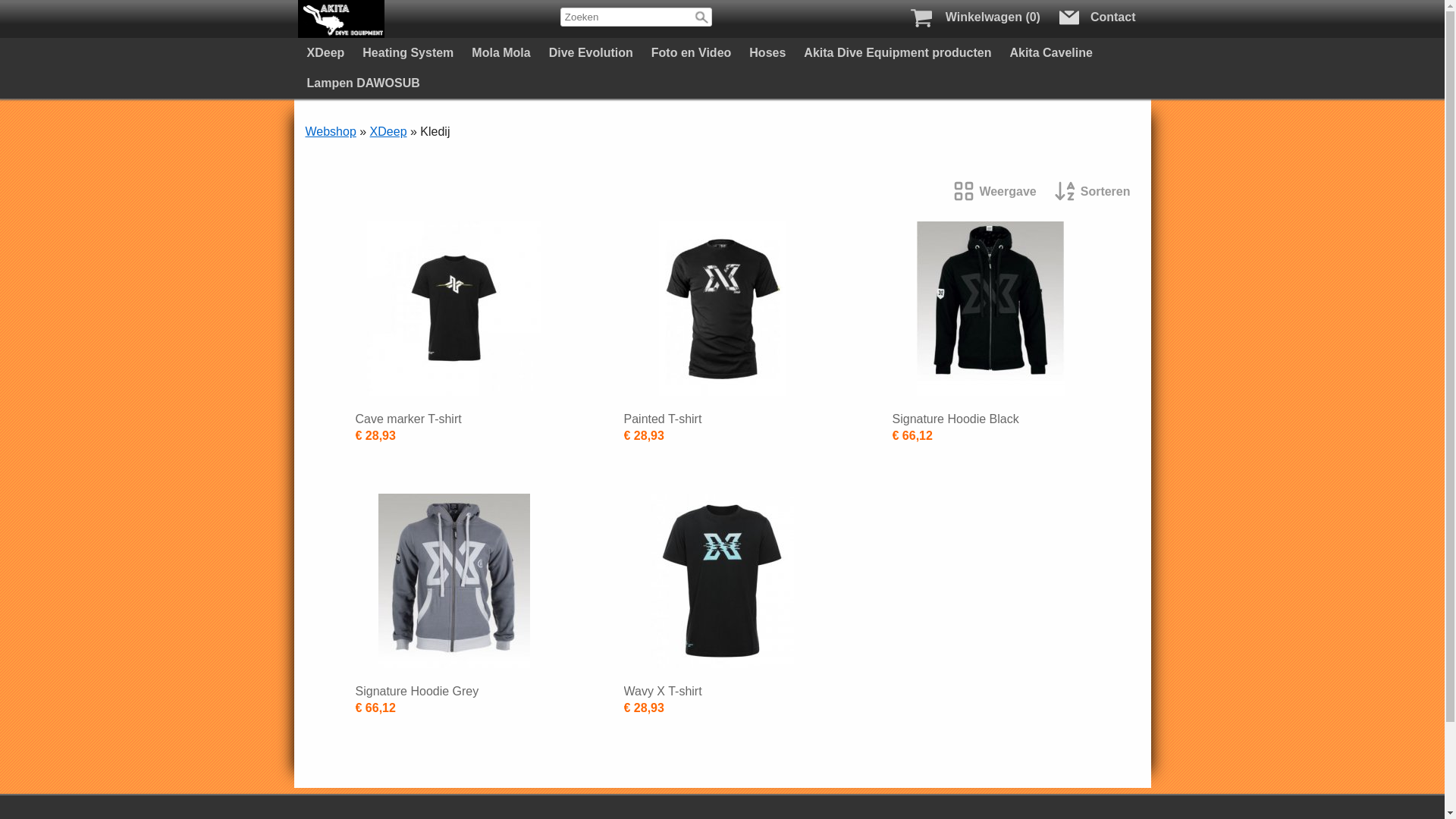 The height and width of the screenshot is (819, 1456). What do you see at coordinates (1099, 20) in the screenshot?
I see `'Contact'` at bounding box center [1099, 20].